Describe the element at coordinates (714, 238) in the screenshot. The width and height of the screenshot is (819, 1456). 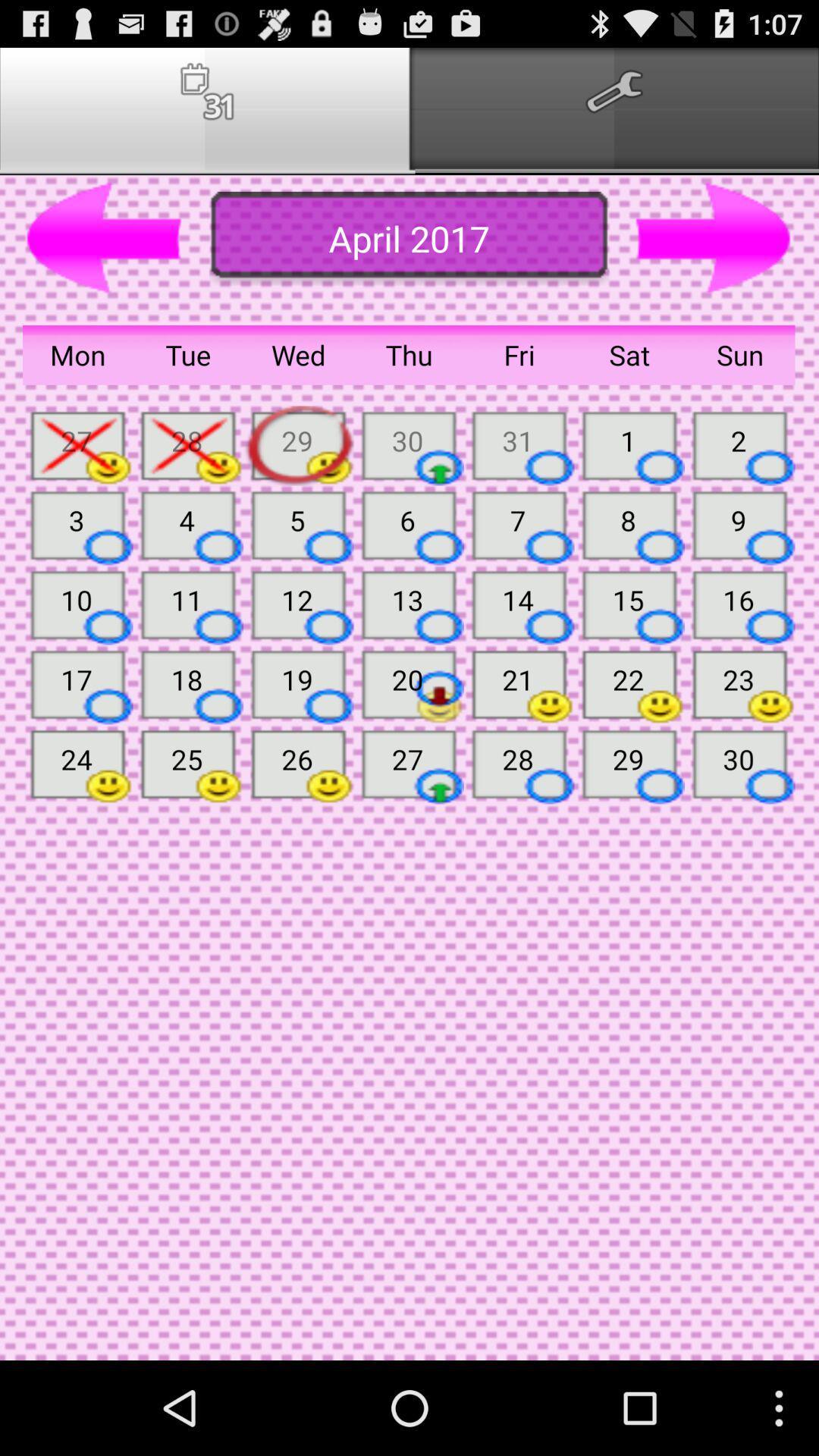
I see `next month` at that location.